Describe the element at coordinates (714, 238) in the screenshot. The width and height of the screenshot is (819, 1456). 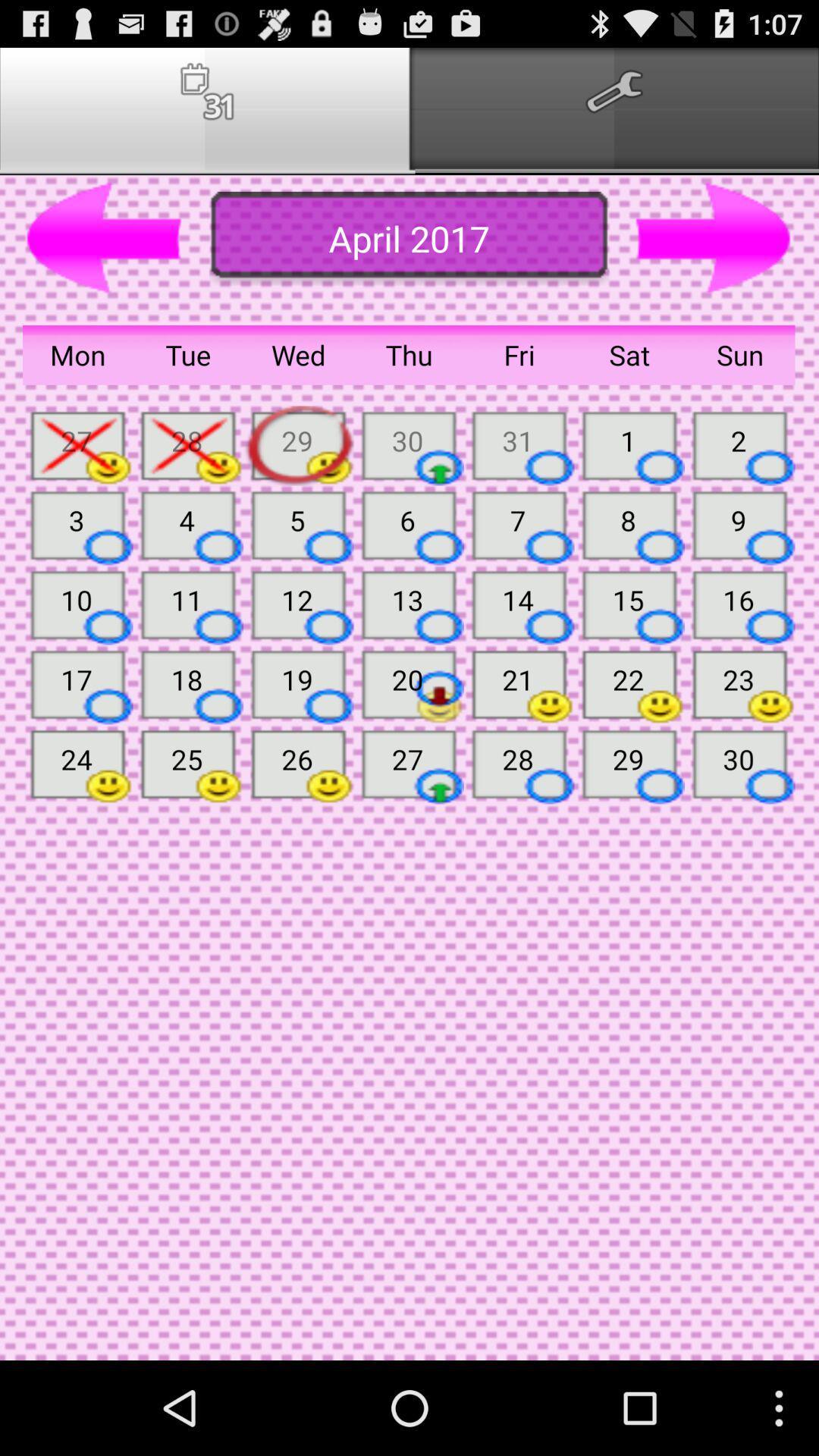
I see `next month` at that location.